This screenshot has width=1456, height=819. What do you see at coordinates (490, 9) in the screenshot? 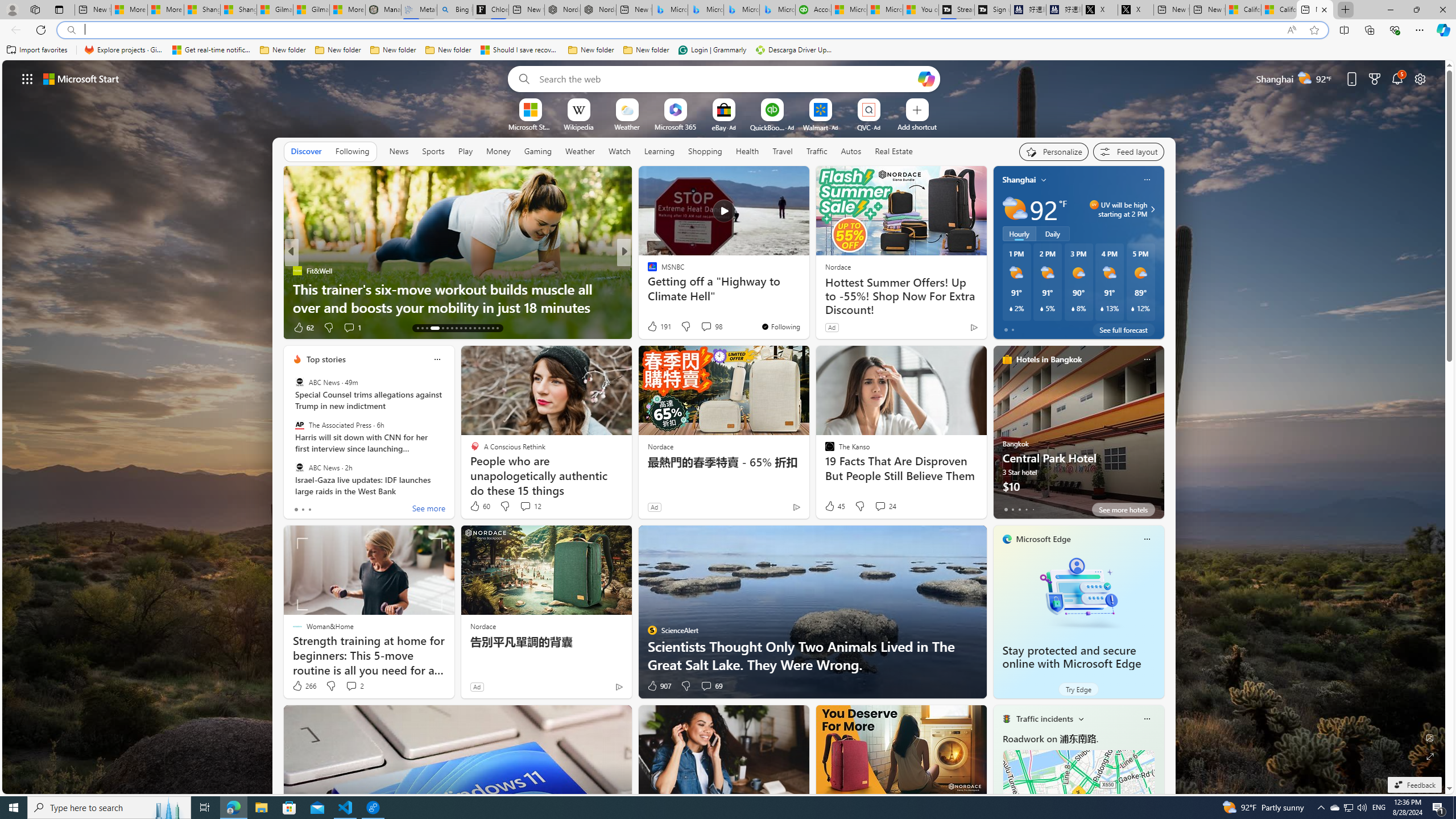
I see `'Chloe Sorvino'` at bounding box center [490, 9].